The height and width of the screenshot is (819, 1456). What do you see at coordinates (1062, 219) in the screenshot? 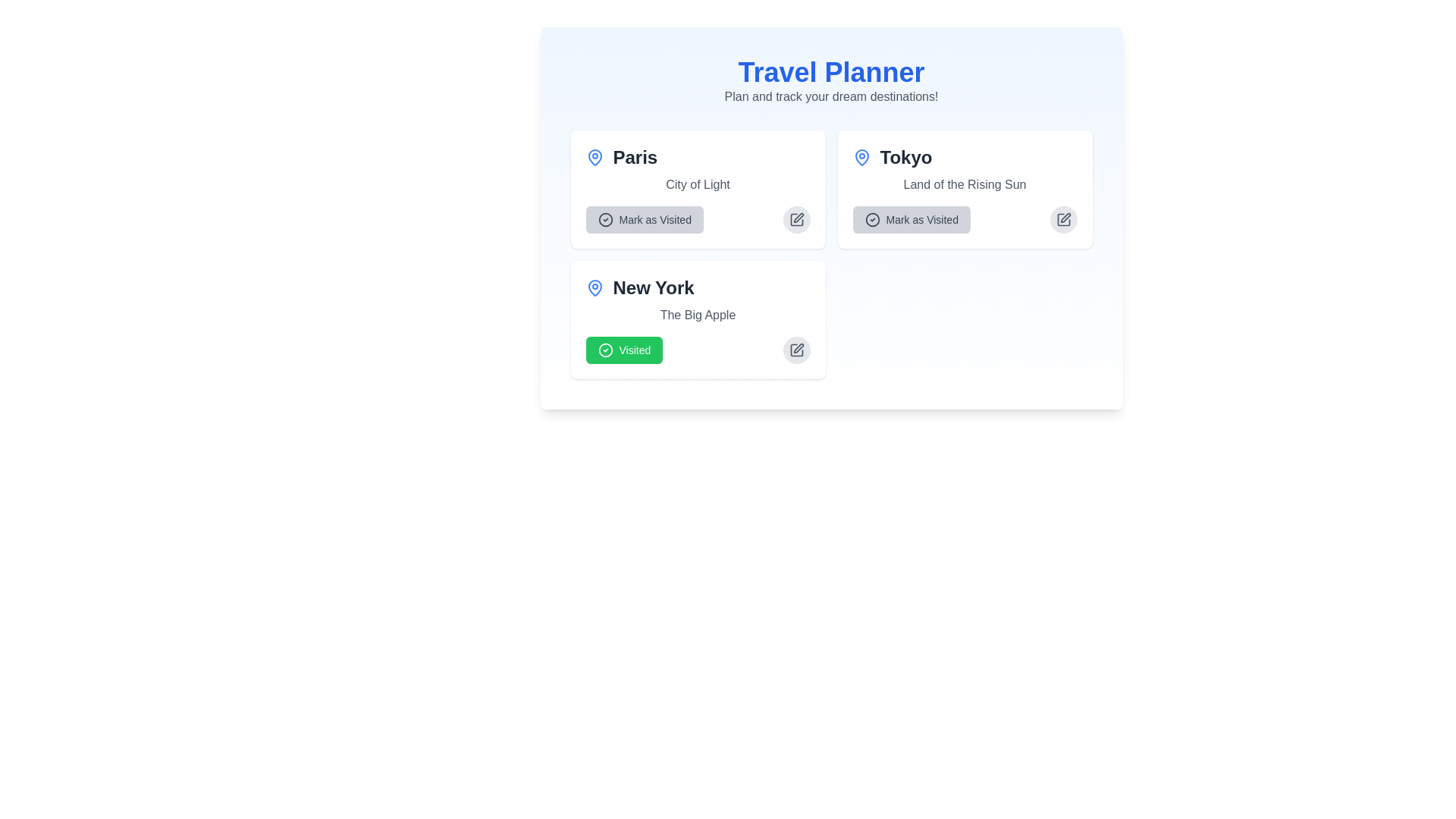
I see `the editing icon (pen over a square) located in the top-right corner of the 'Tokyo' card to initiate editing` at bounding box center [1062, 219].